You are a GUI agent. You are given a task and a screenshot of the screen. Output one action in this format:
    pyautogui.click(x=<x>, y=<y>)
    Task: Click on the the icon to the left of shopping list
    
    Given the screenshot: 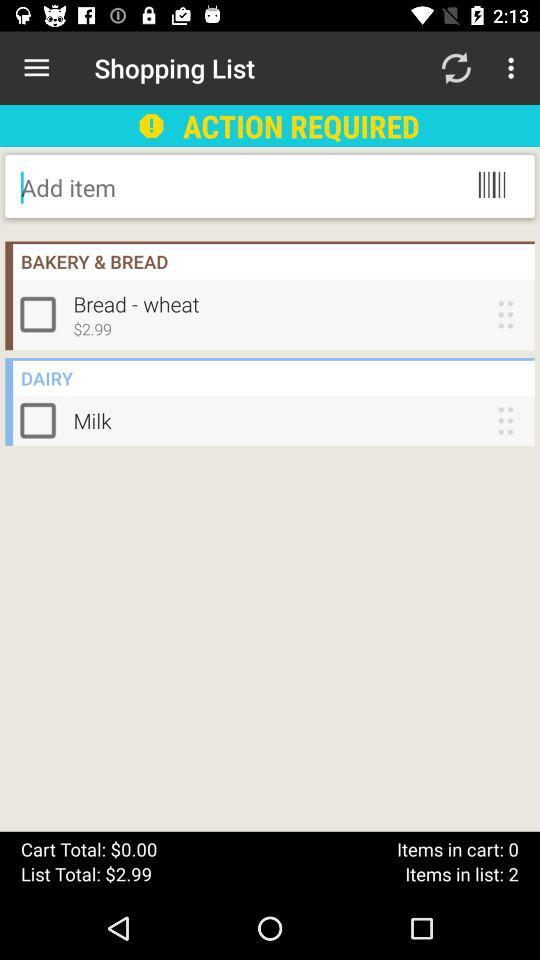 What is the action you would take?
    pyautogui.click(x=36, y=68)
    